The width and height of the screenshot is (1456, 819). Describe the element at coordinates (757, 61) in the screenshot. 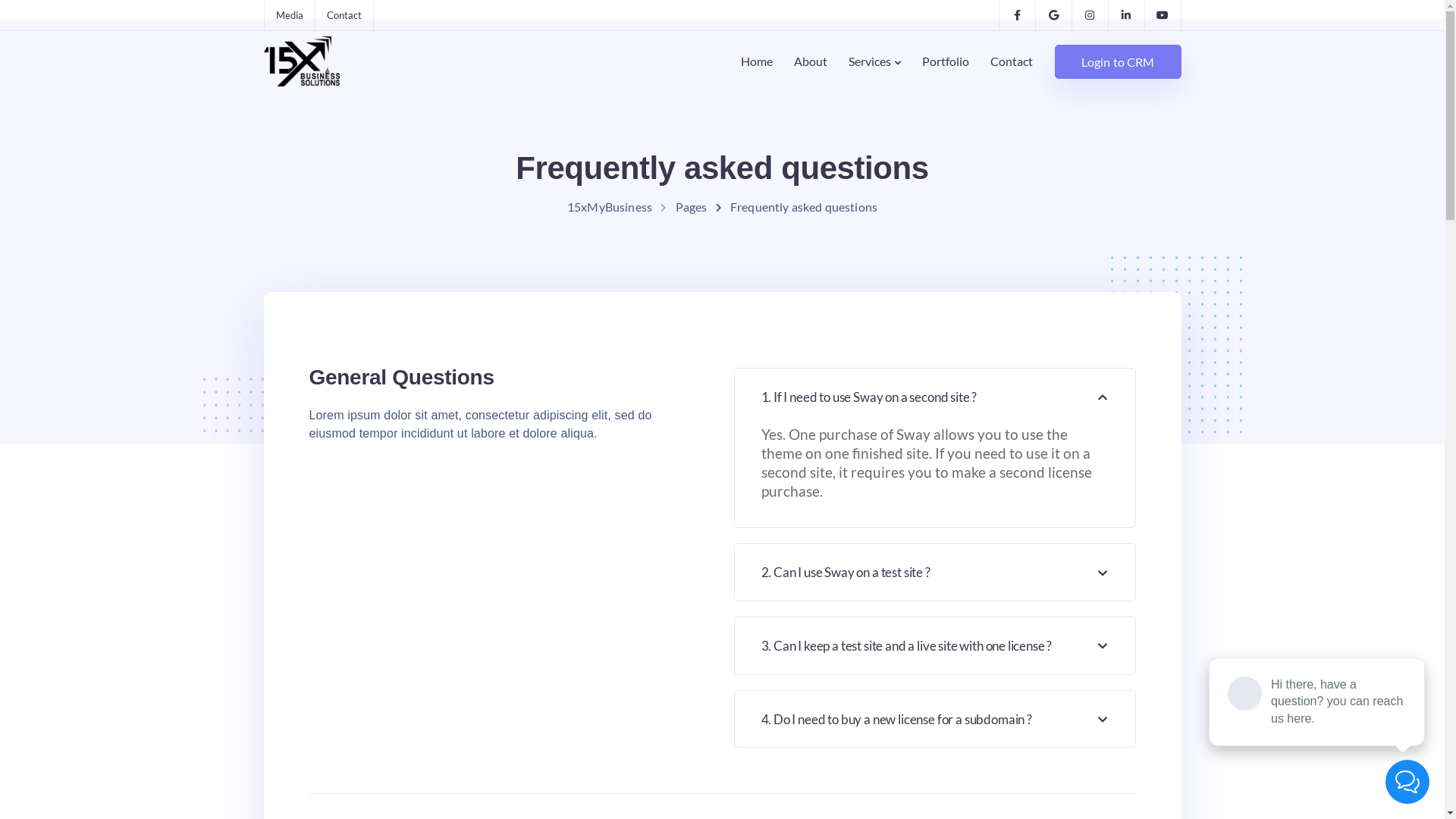

I see `'Home'` at that location.